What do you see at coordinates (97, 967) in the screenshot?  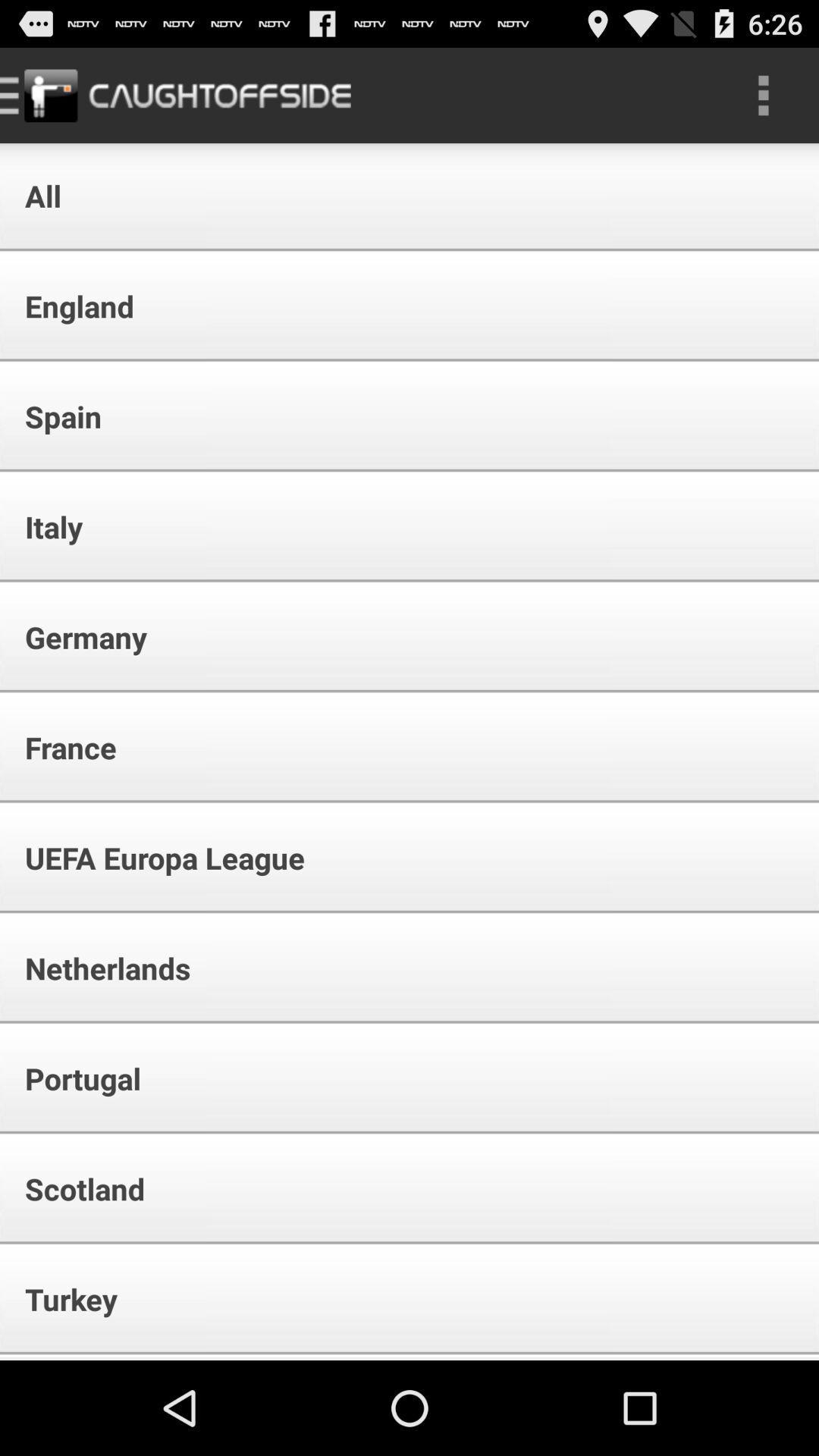 I see `the icon above the portugal item` at bounding box center [97, 967].